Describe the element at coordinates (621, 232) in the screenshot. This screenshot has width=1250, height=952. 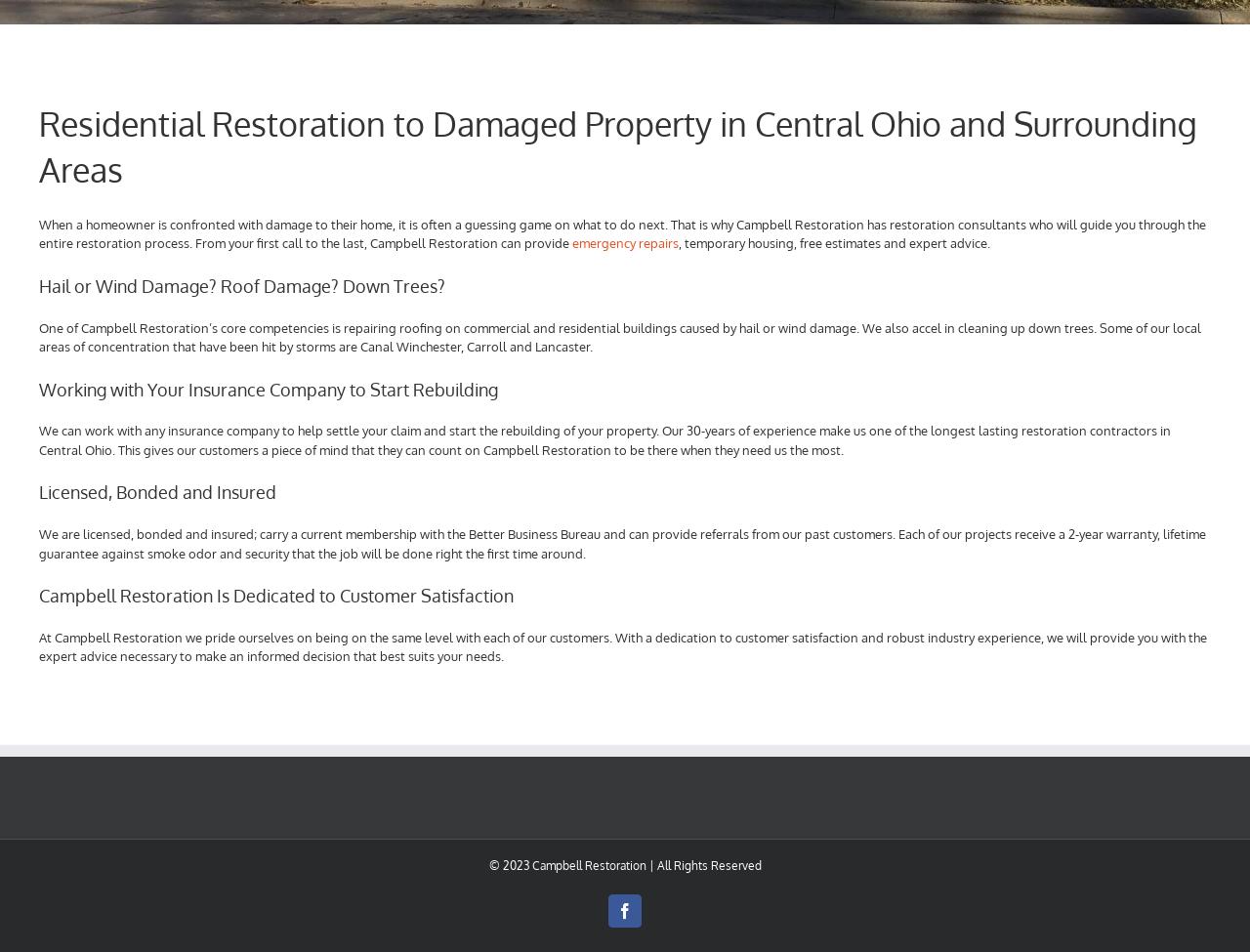
I see `'When a homeowner is confronted with damage to their home, it is often a guessing game on what to do next. That is why Campbell Restoration has restoration consultants who will guide you through the entire restoration process. From your first call to the last, Campbell Restoration can provide'` at that location.